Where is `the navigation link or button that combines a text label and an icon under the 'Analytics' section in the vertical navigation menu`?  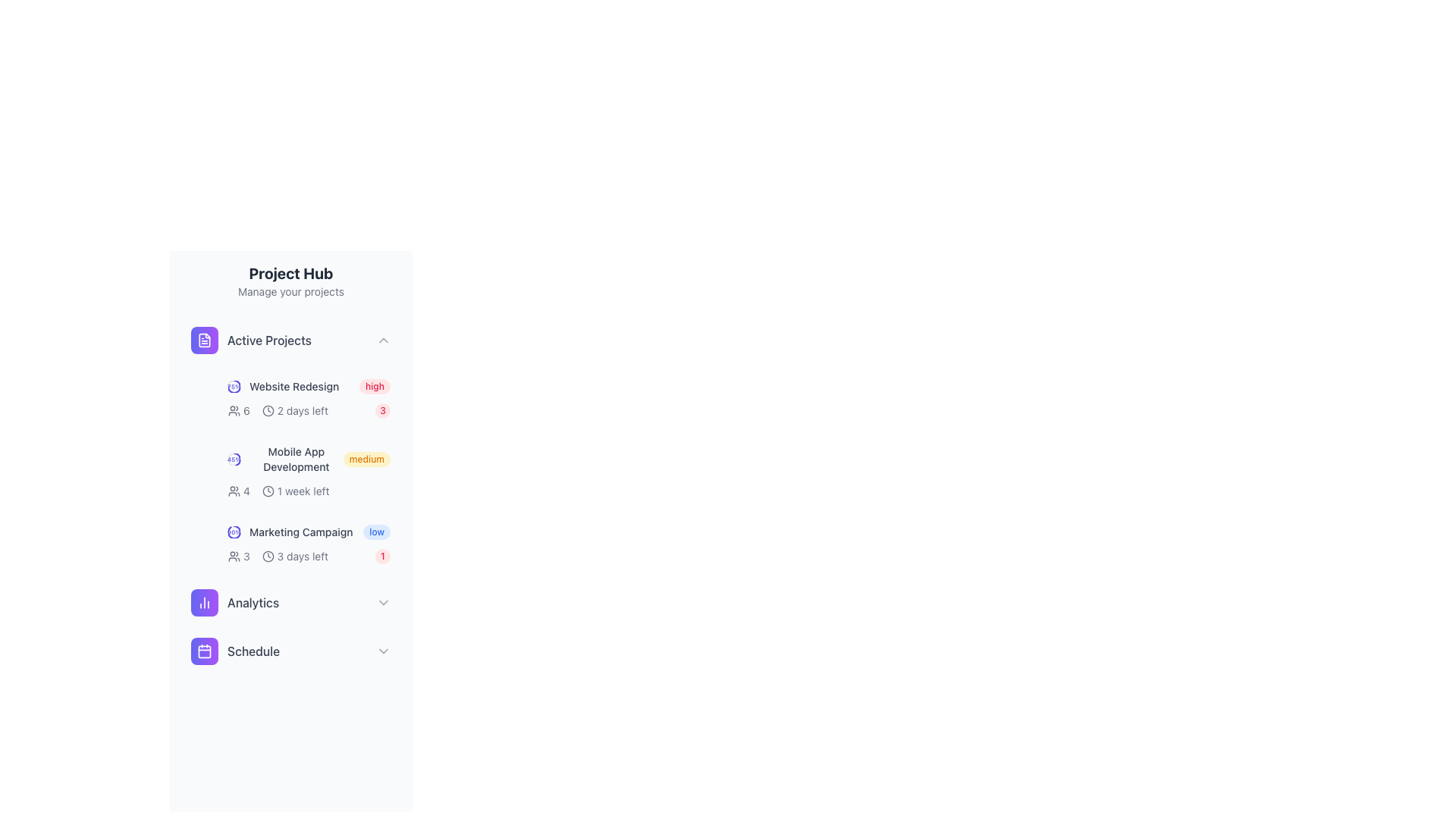 the navigation link or button that combines a text label and an icon under the 'Analytics' section in the vertical navigation menu is located at coordinates (234, 651).